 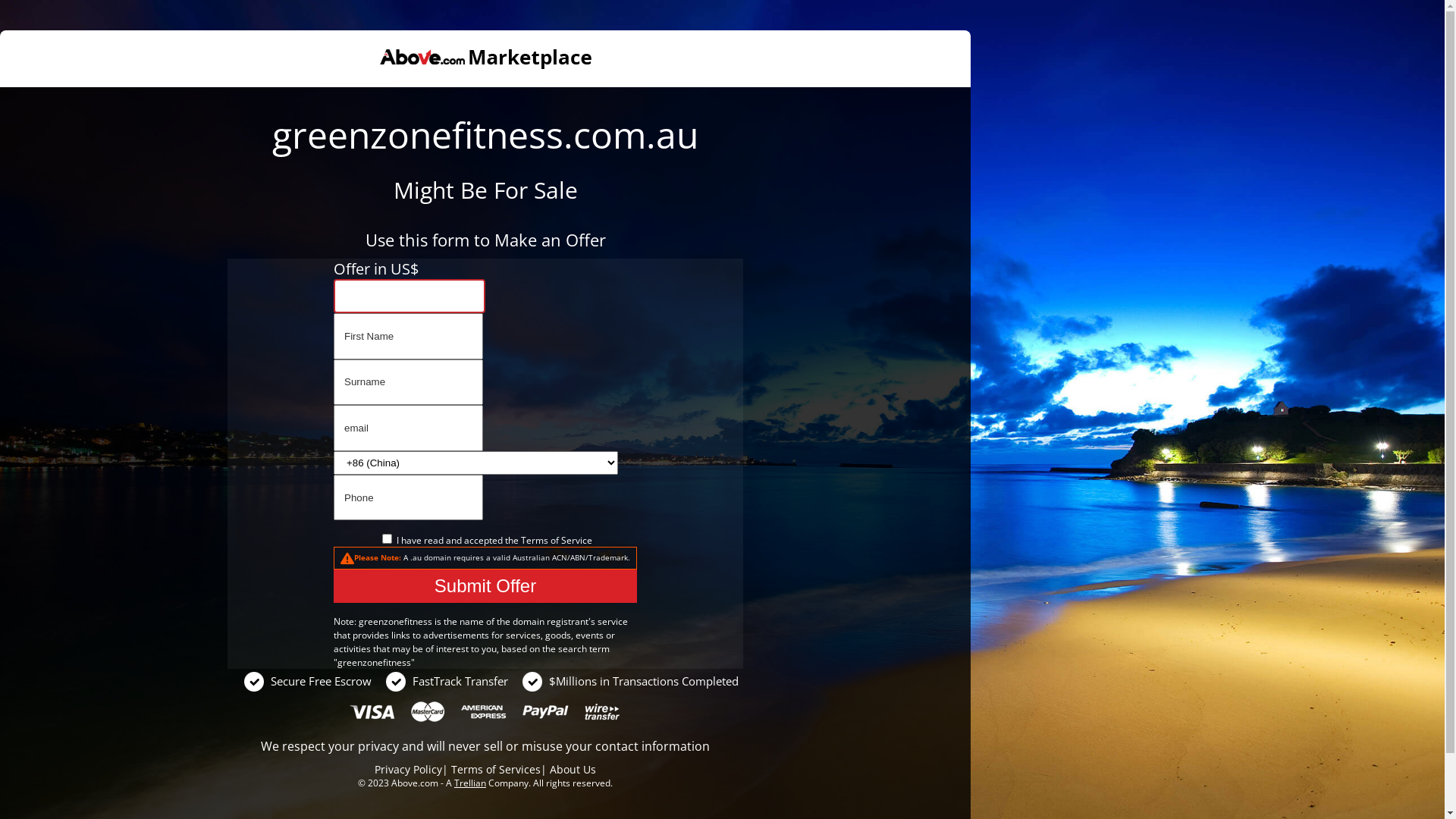 What do you see at coordinates (408, 769) in the screenshot?
I see `'Privacy Policy'` at bounding box center [408, 769].